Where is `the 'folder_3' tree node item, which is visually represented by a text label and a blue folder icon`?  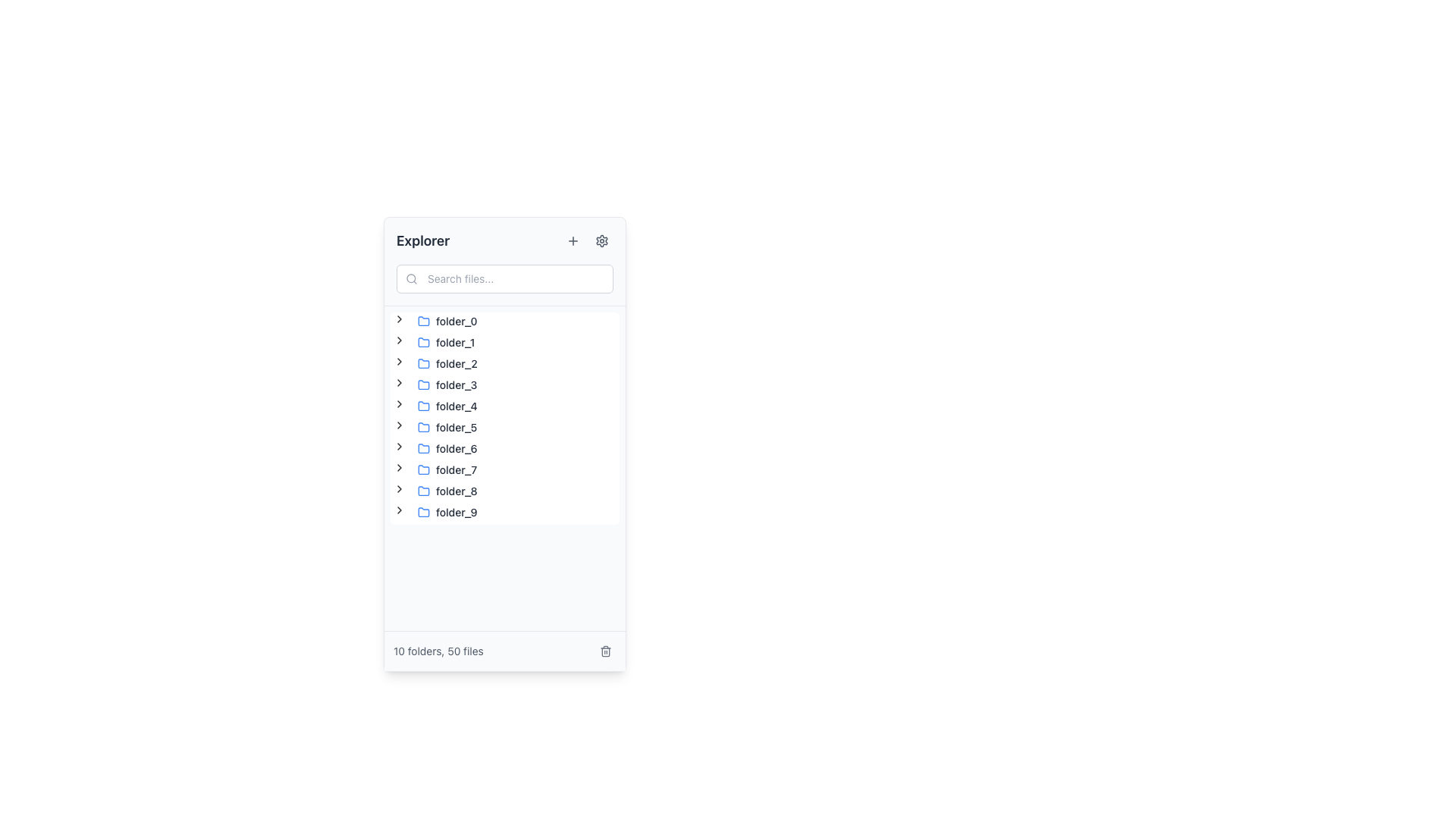 the 'folder_3' tree node item, which is visually represented by a text label and a blue folder icon is located at coordinates (447, 384).